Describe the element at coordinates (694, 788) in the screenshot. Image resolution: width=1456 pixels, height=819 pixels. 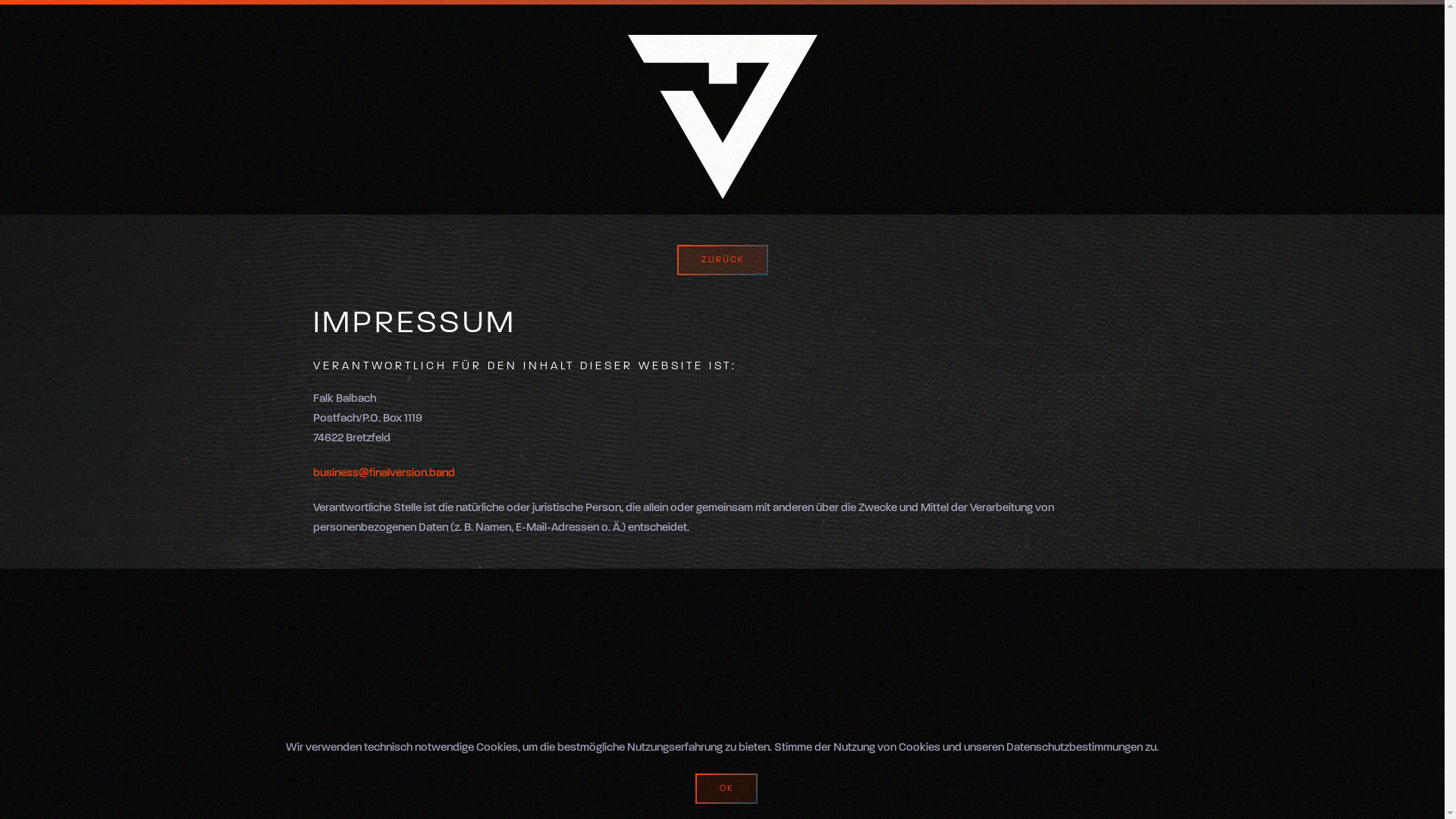
I see `'OK'` at that location.